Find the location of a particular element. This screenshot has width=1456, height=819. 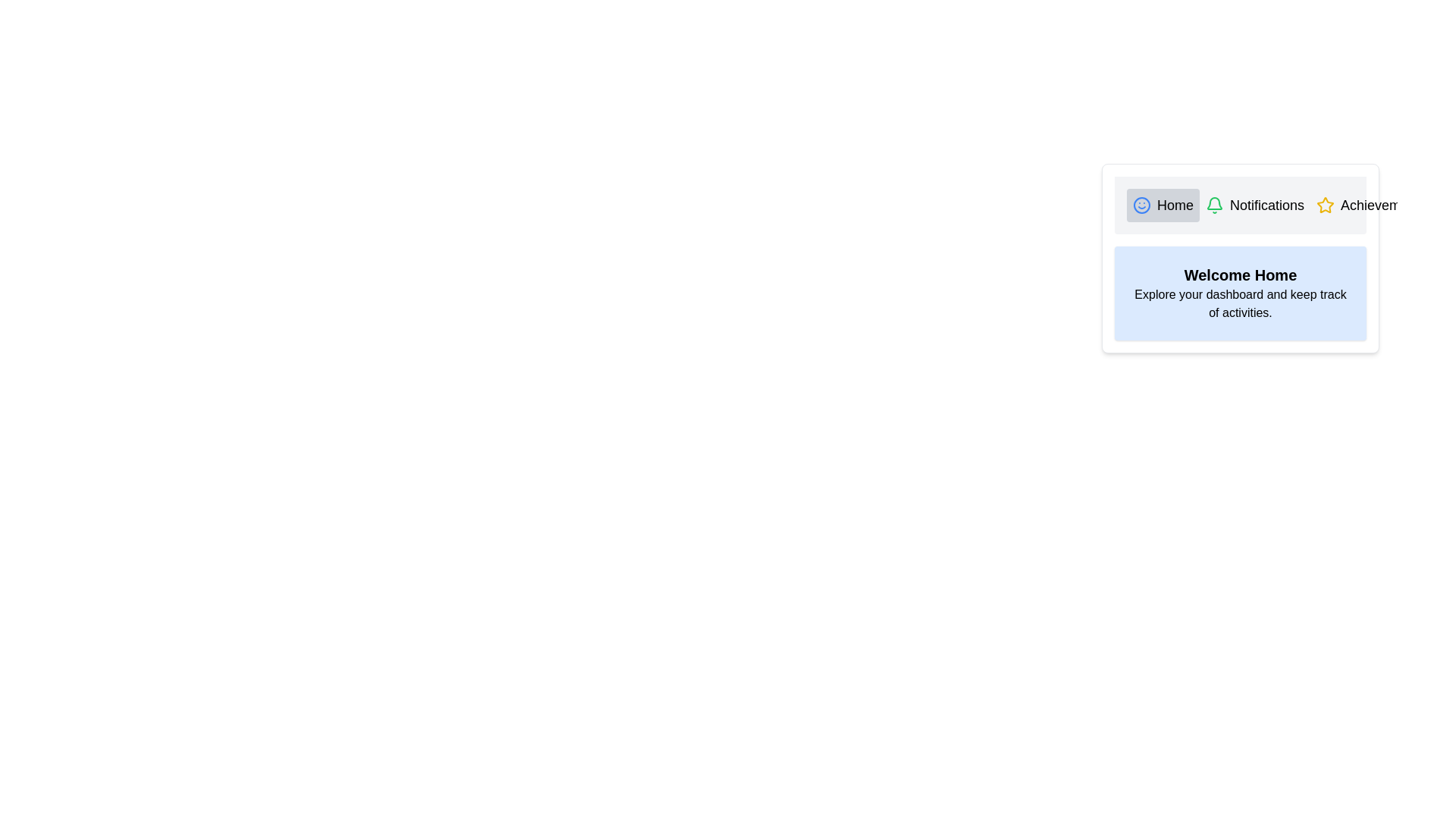

the tab labeled 'Home' to observe its hover effect is located at coordinates (1163, 205).